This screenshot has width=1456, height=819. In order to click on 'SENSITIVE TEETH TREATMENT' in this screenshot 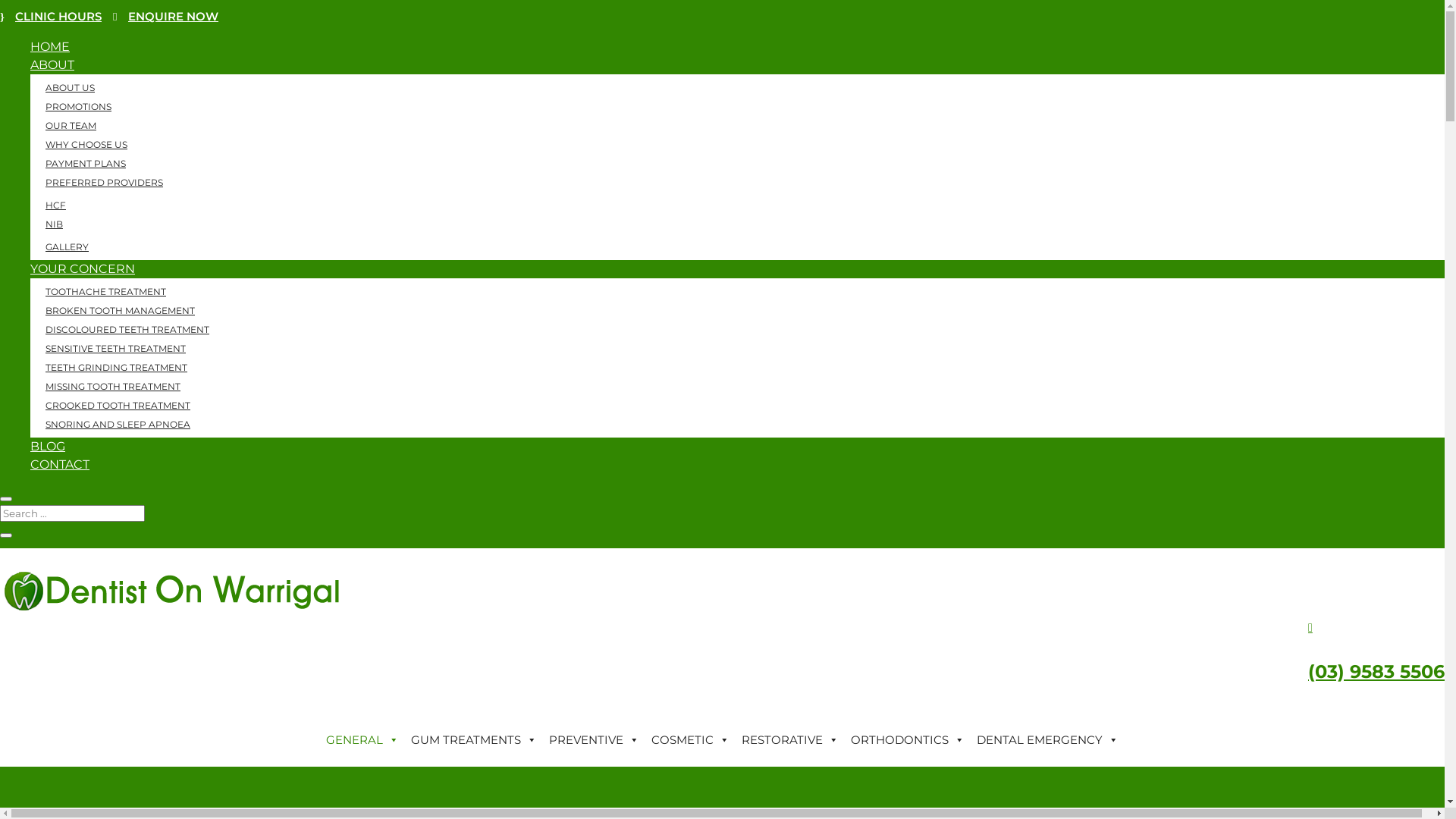, I will do `click(115, 348)`.